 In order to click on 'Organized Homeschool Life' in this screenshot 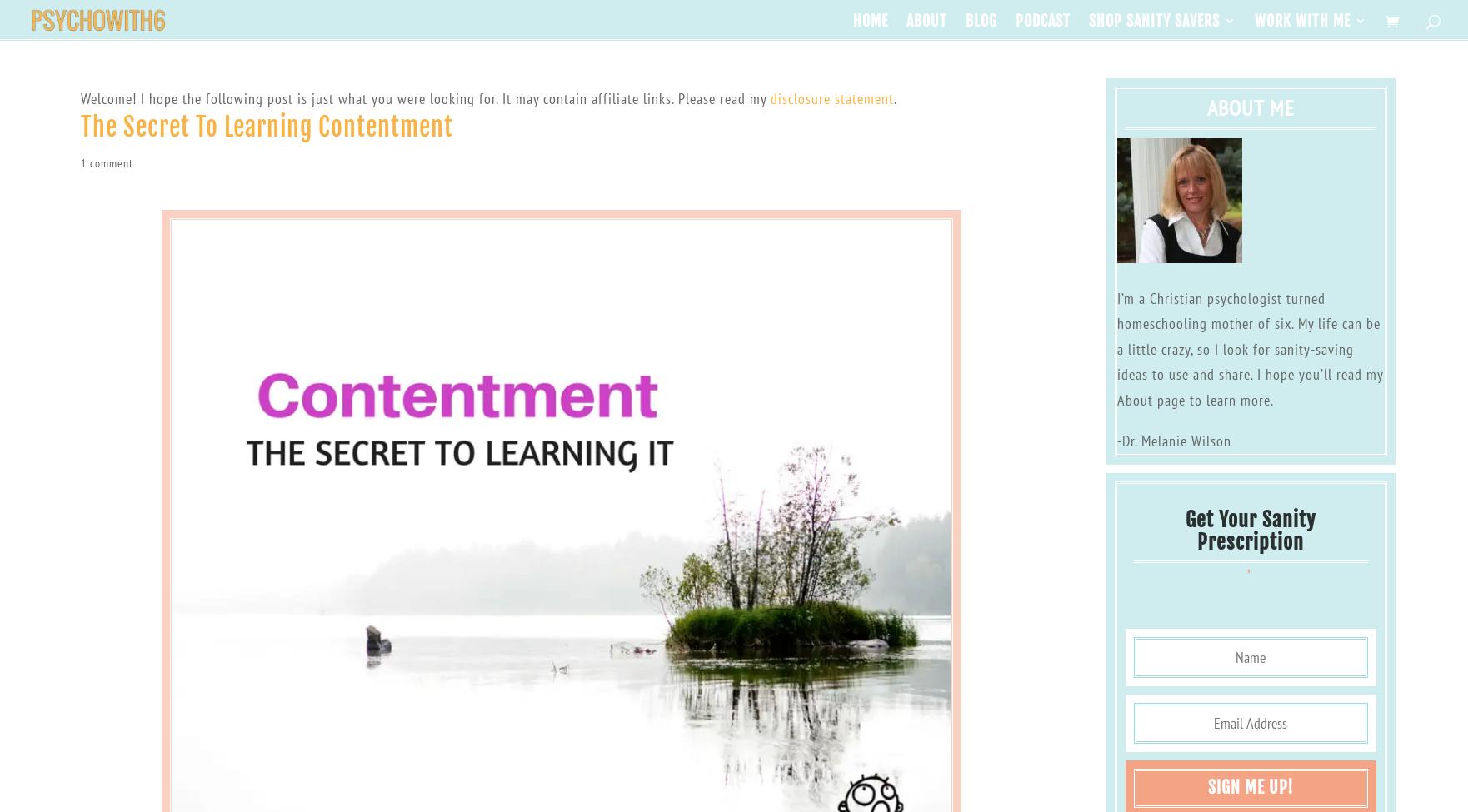, I will do `click(1177, 132)`.